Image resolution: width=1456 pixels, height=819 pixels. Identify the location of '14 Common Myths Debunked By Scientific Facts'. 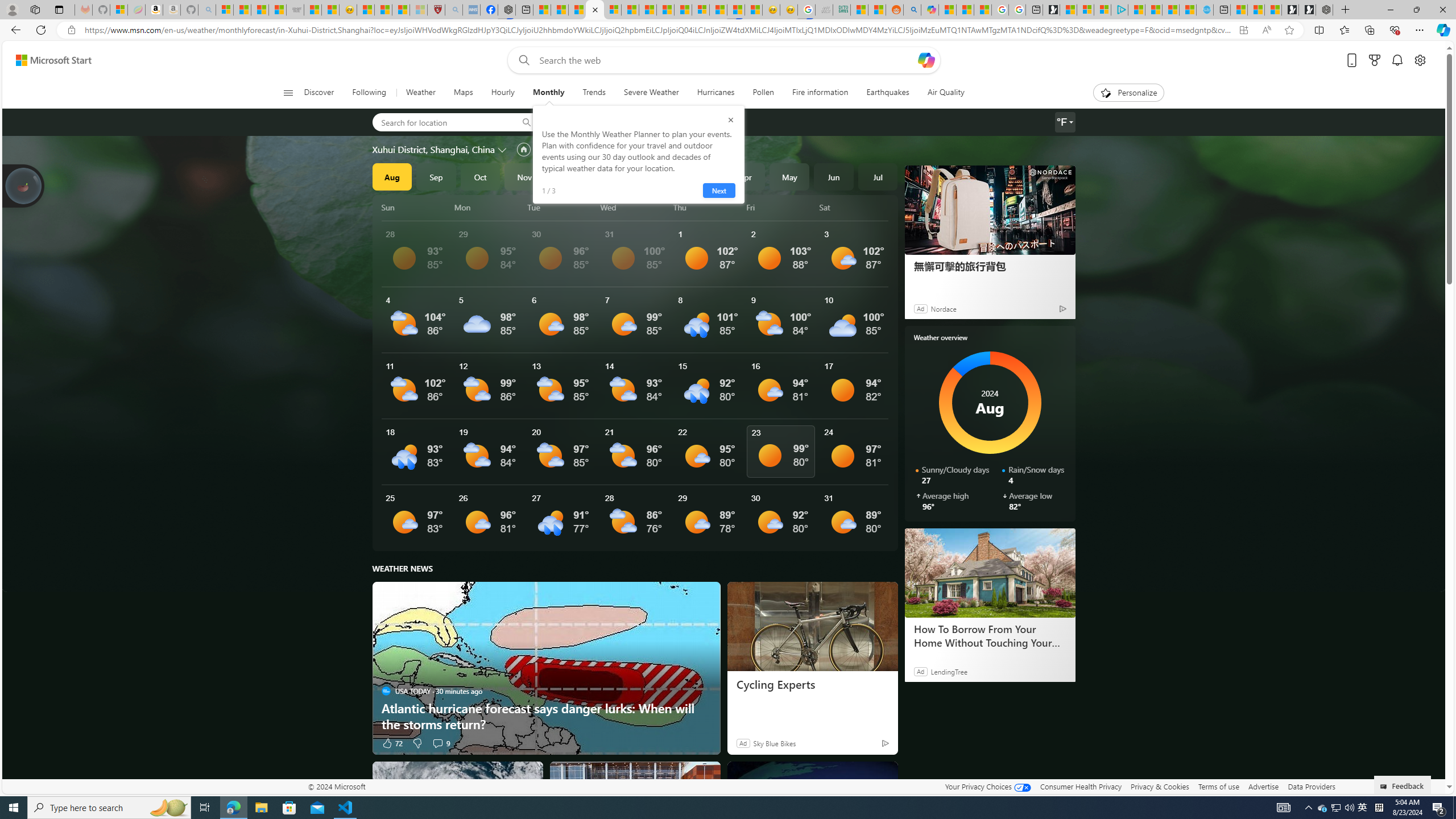
(665, 9).